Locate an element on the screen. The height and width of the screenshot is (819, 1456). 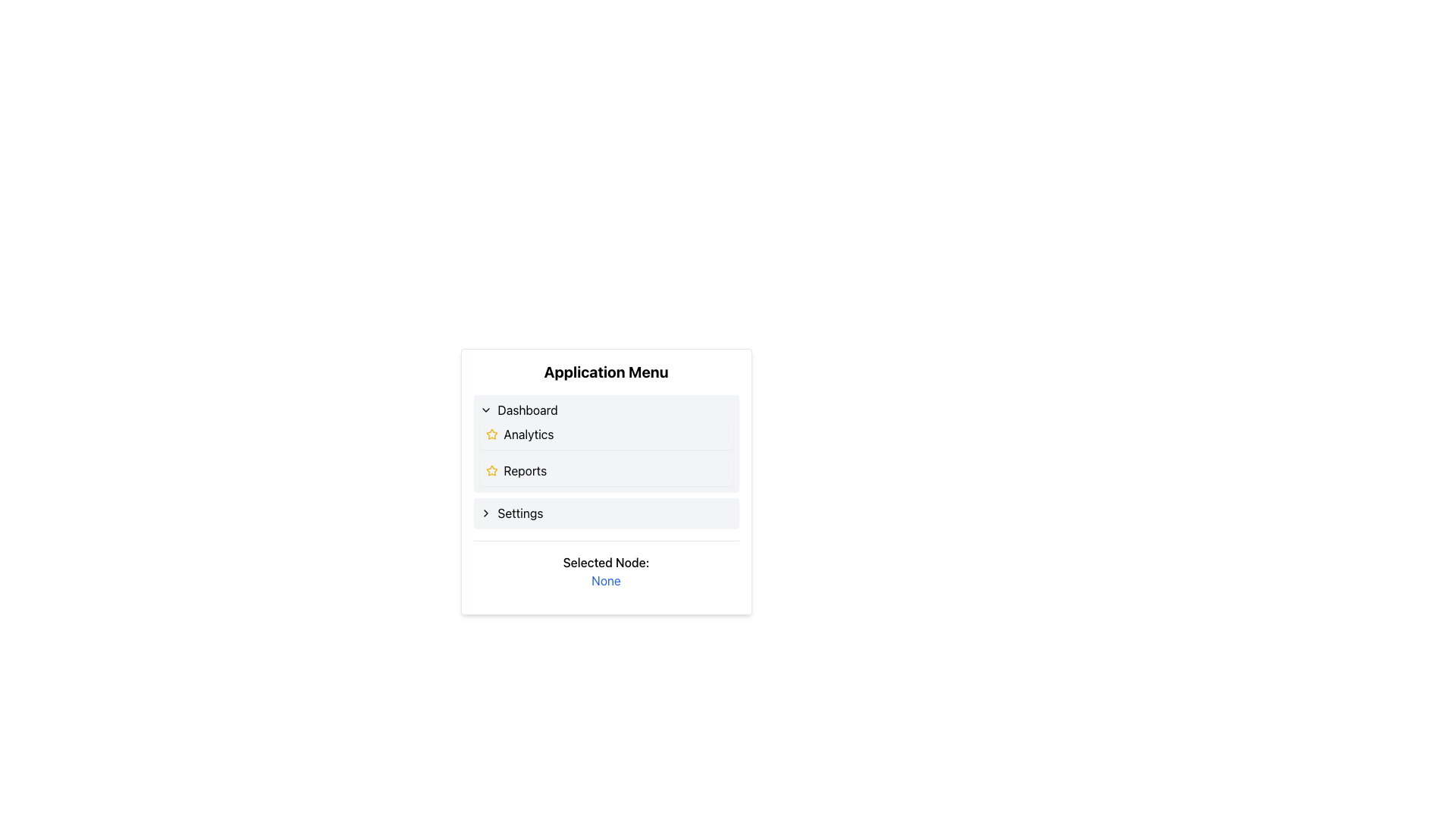
the navigational icon located to the left of the 'Settings' text in the last entry of the menu list is located at coordinates (485, 513).